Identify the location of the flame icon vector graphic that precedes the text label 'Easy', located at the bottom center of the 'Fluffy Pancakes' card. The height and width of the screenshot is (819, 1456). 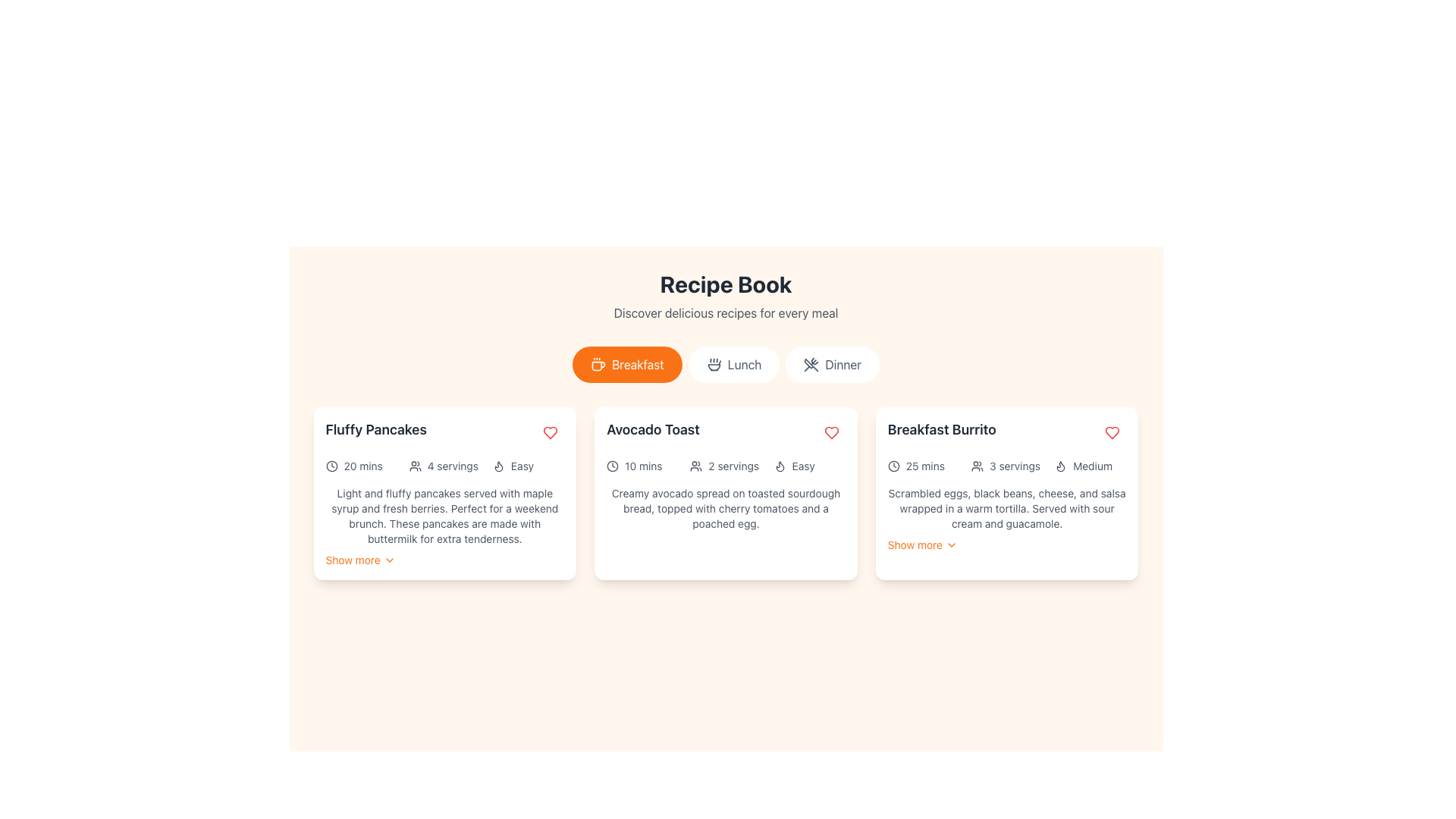
(498, 465).